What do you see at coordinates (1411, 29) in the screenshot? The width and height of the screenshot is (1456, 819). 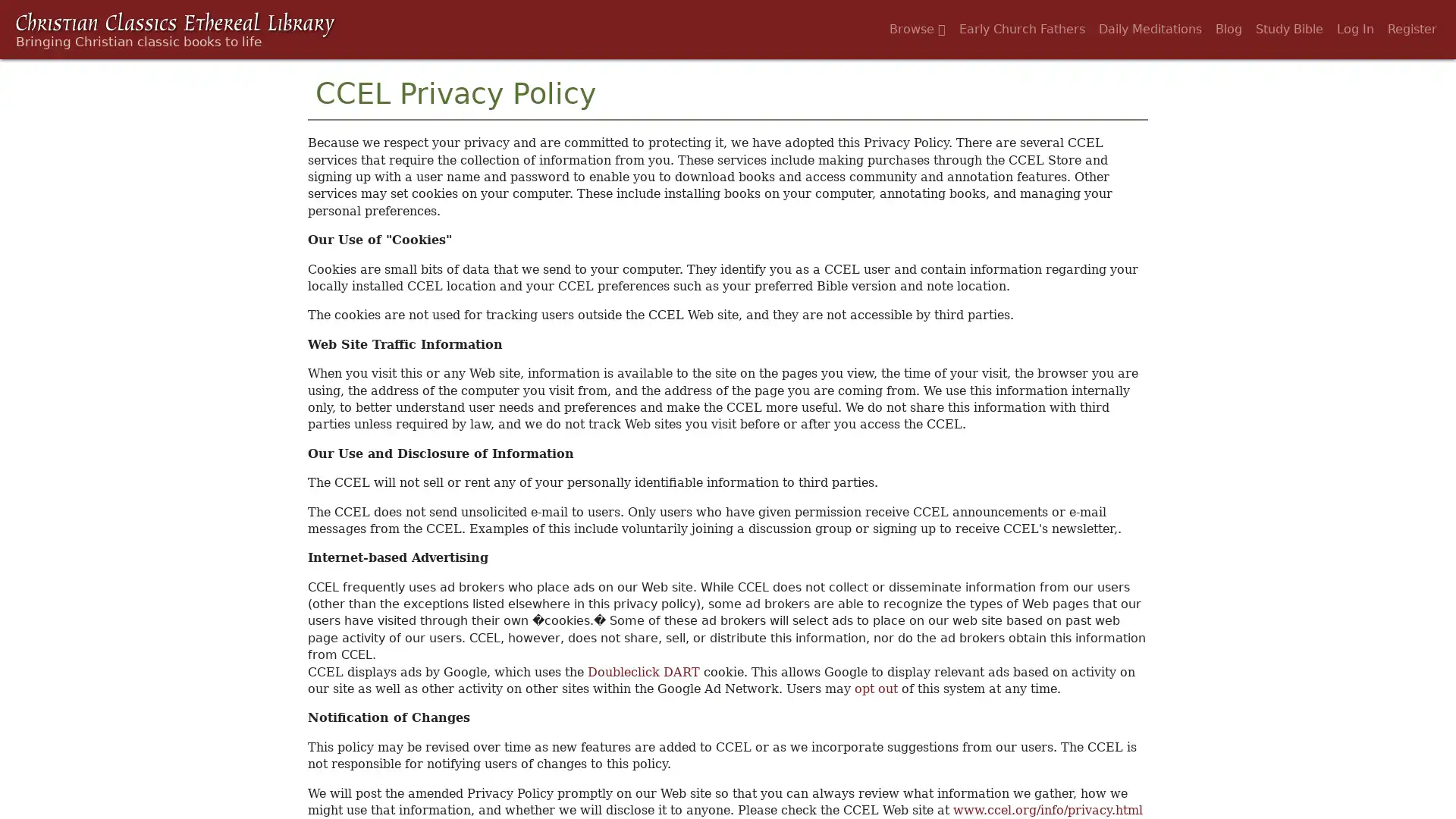 I see `Register` at bounding box center [1411, 29].